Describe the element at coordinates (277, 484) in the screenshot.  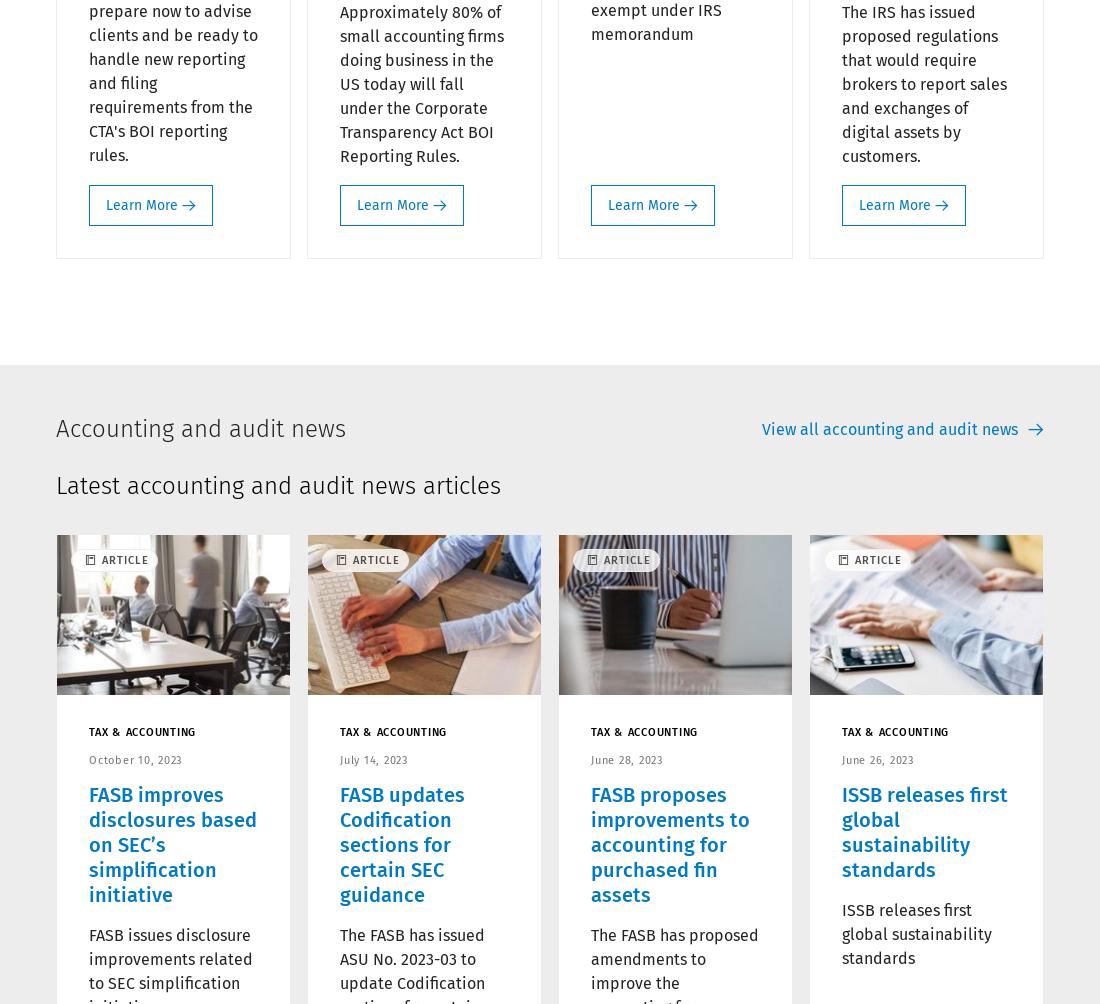
I see `'Latest accounting and audit news articles'` at that location.